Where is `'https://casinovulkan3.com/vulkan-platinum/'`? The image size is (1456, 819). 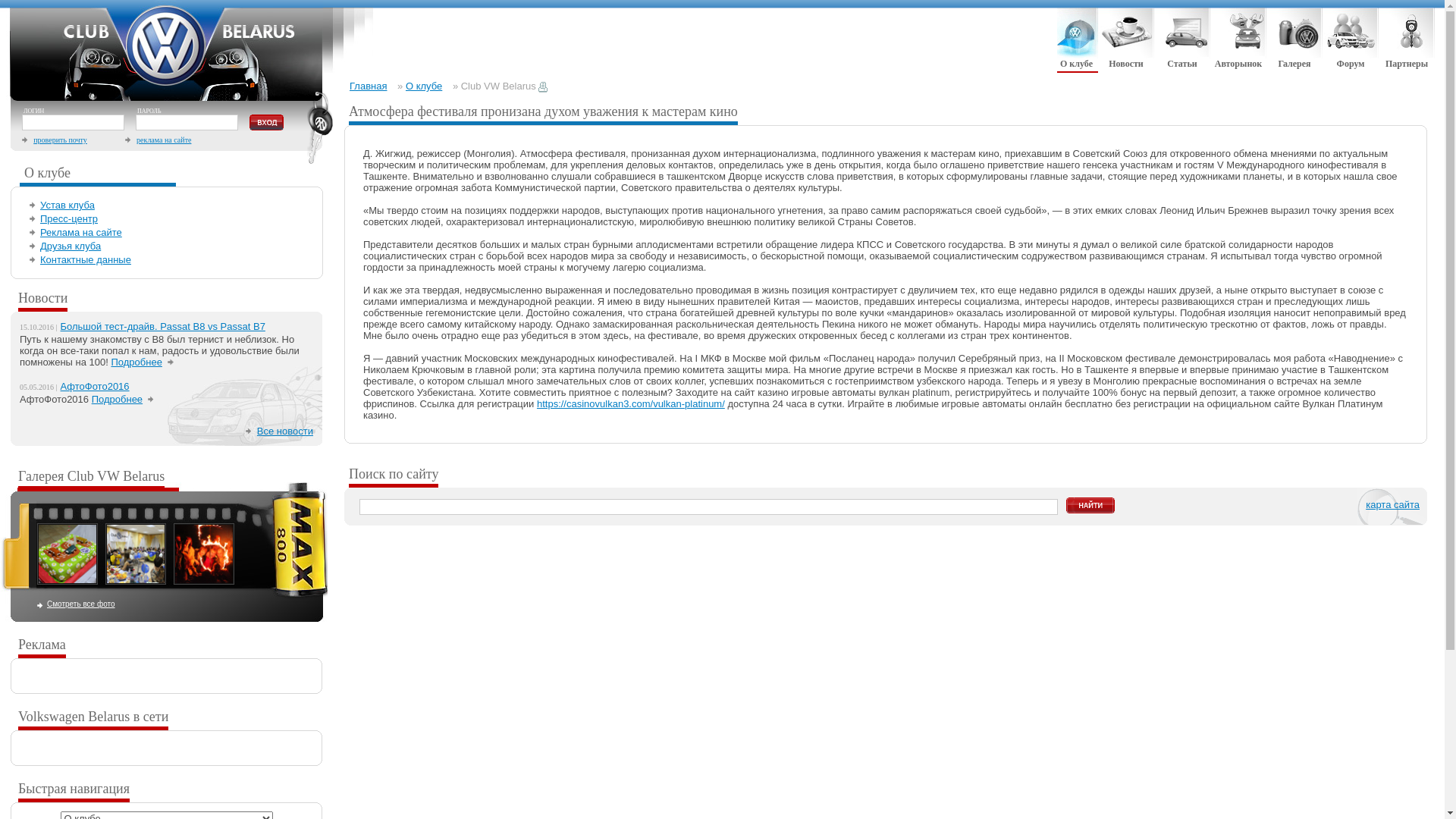 'https://casinovulkan3.com/vulkan-platinum/' is located at coordinates (630, 403).